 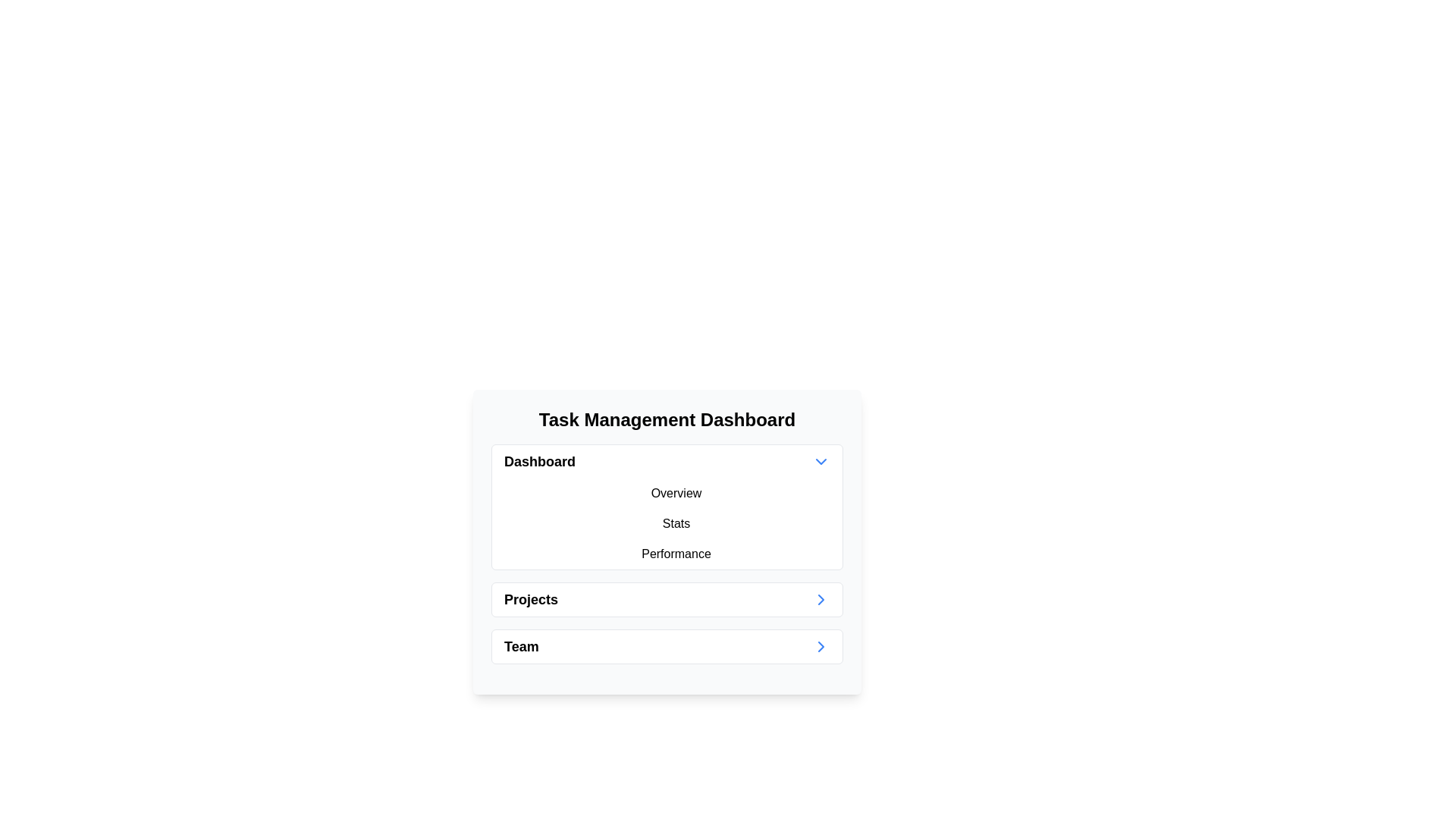 I want to click on the 'Projects' button located as the second item, so click(x=667, y=598).